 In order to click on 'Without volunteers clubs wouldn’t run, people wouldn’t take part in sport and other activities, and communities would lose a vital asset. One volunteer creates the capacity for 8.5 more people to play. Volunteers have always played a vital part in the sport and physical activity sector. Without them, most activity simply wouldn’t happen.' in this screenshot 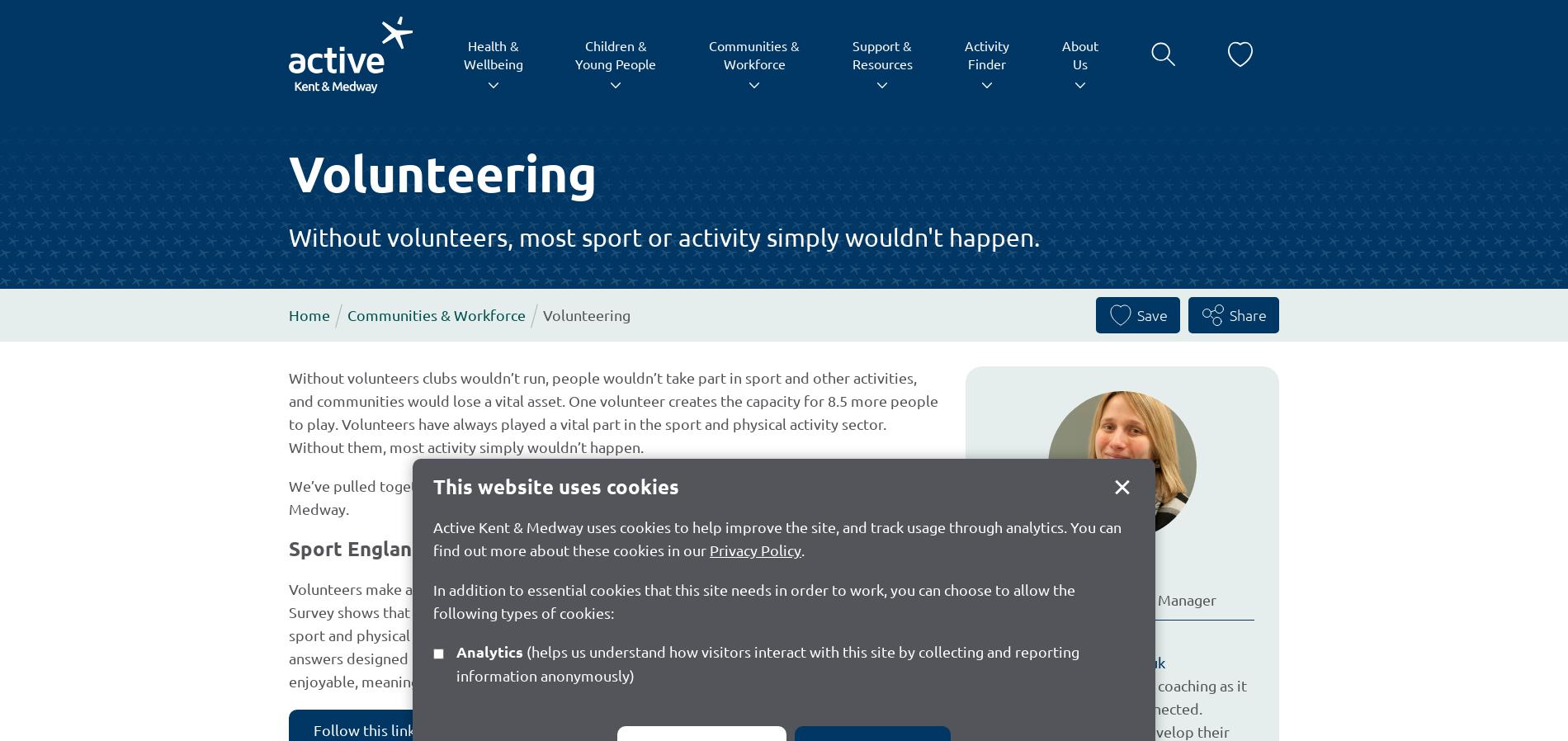, I will do `click(612, 410)`.